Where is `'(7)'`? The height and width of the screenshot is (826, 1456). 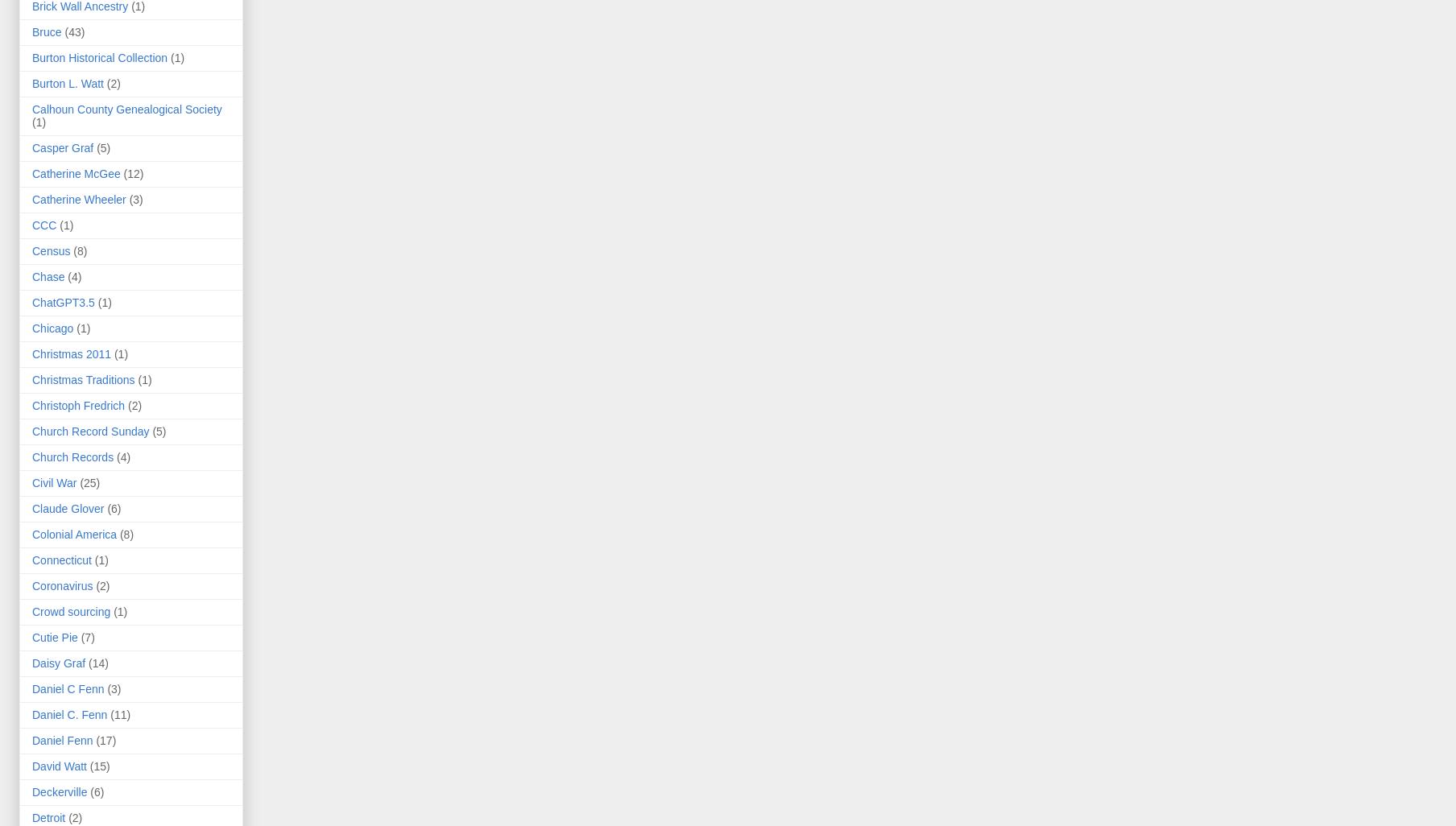 '(7)' is located at coordinates (86, 636).